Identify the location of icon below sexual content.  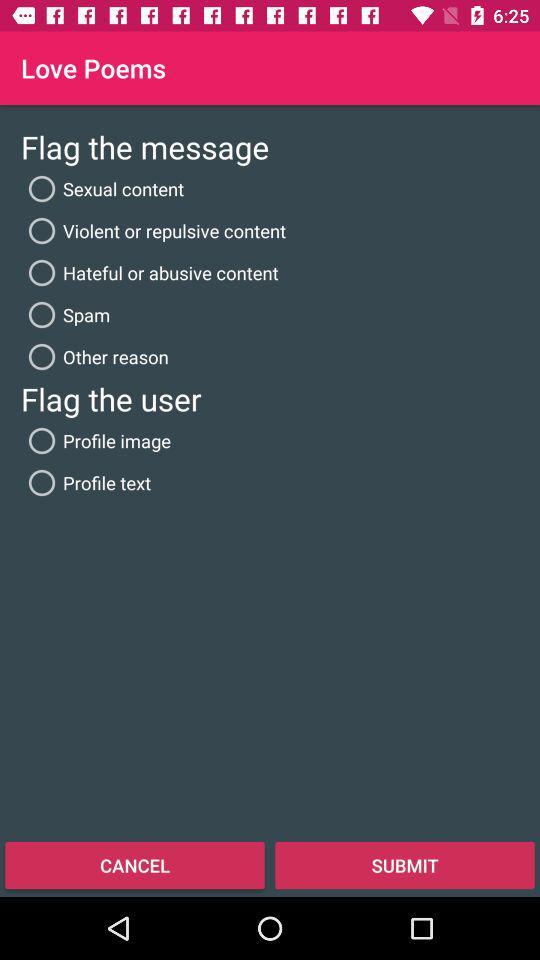
(152, 230).